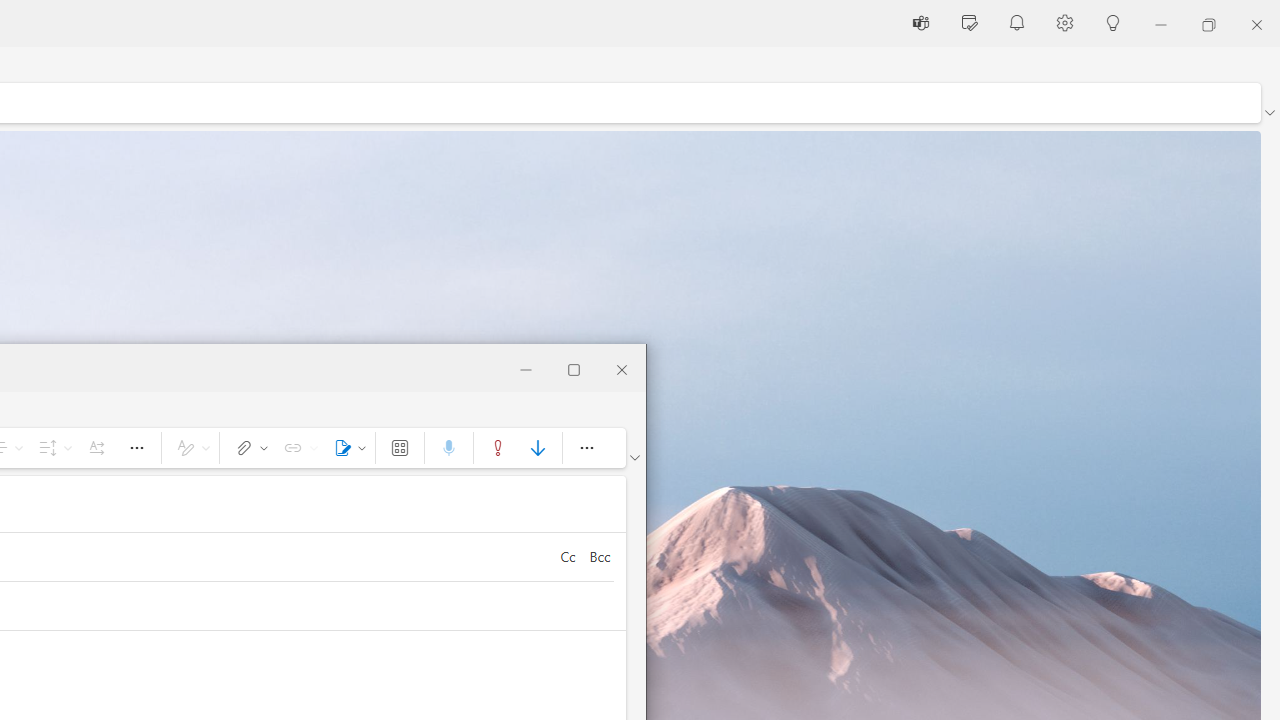 The image size is (1280, 720). Describe the element at coordinates (95, 446) in the screenshot. I see `'Left-to-right'` at that location.